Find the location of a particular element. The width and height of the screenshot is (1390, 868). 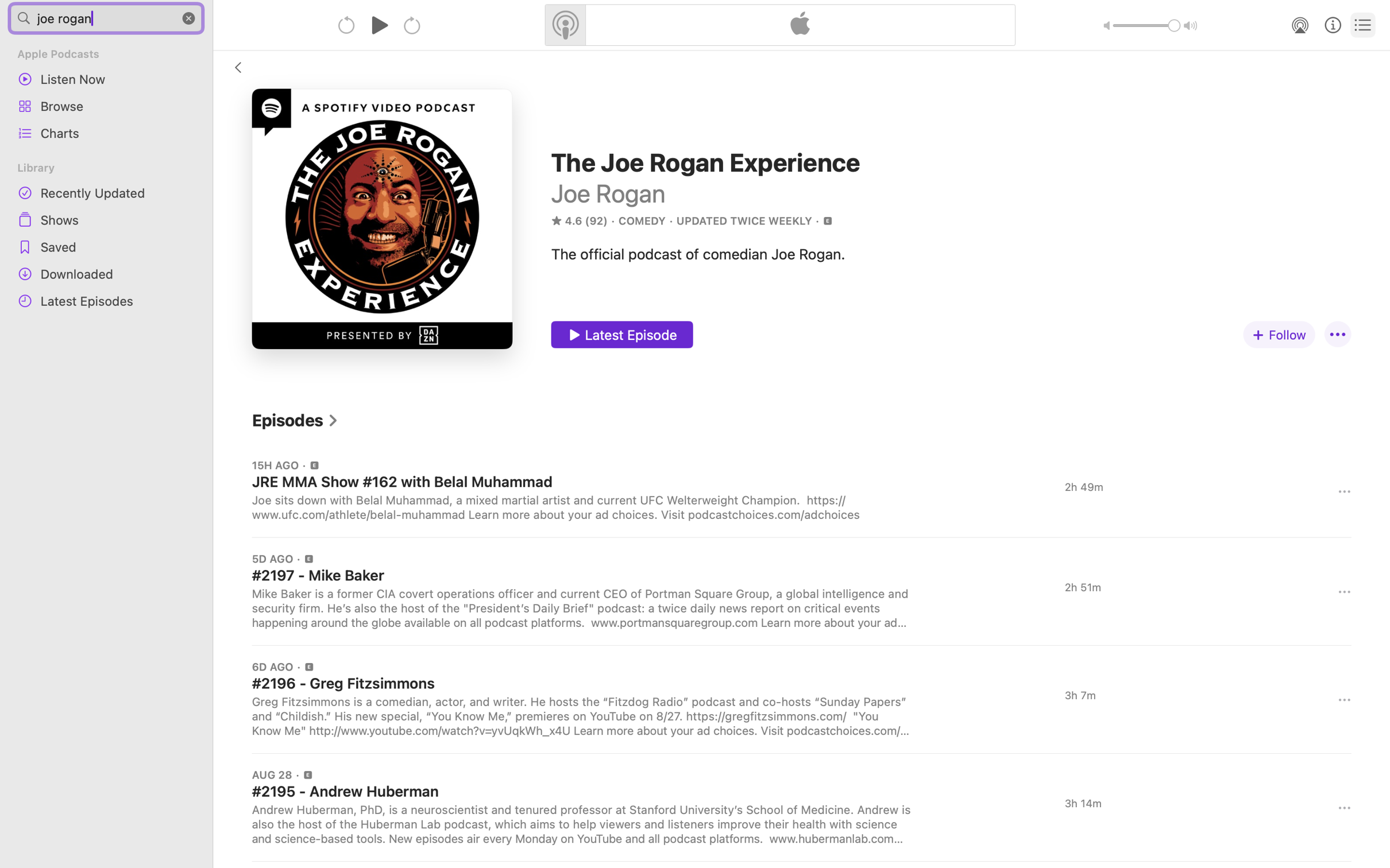

'1.0' is located at coordinates (1146, 25).